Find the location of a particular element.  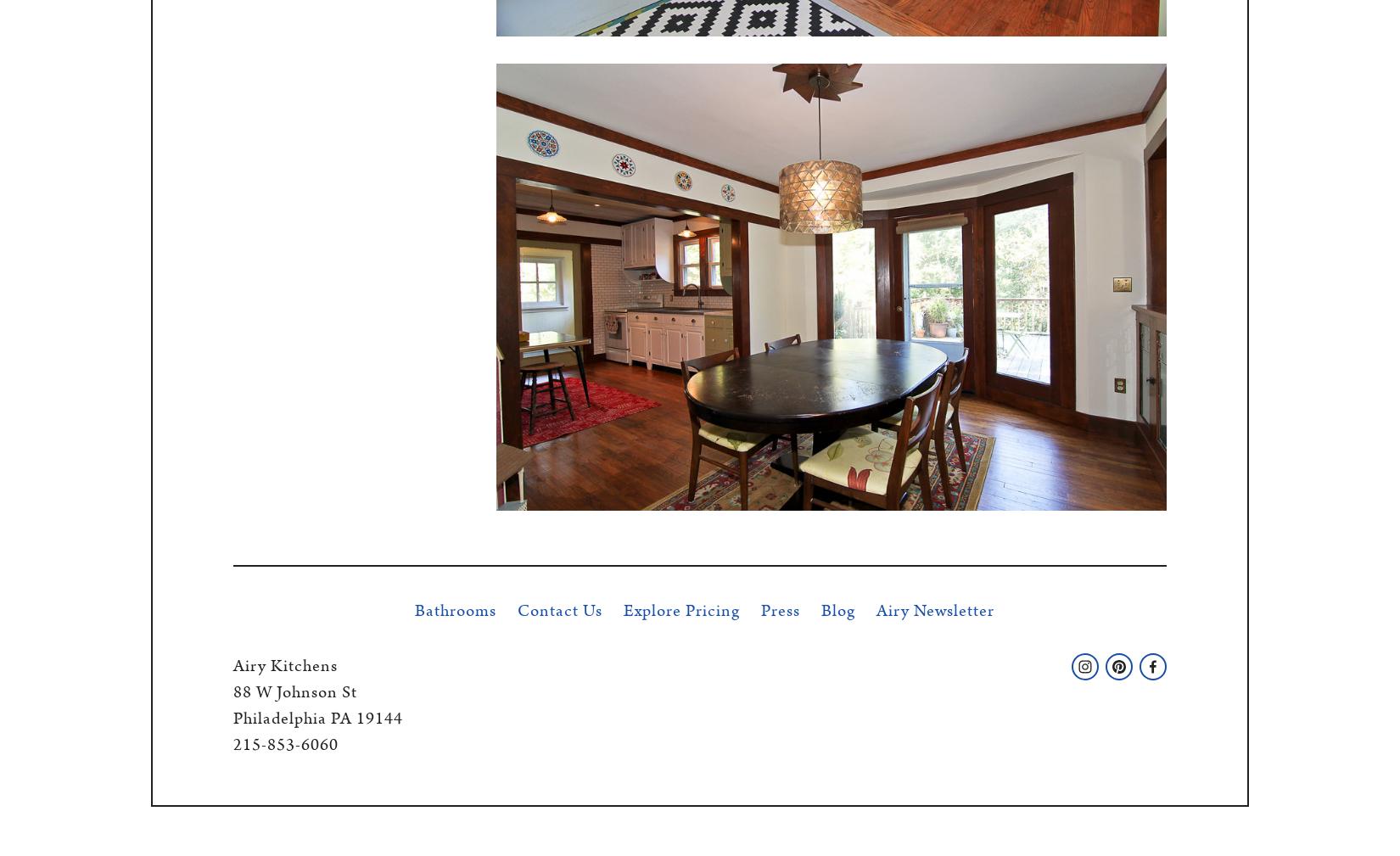

'Airy Newsletter' is located at coordinates (934, 610).